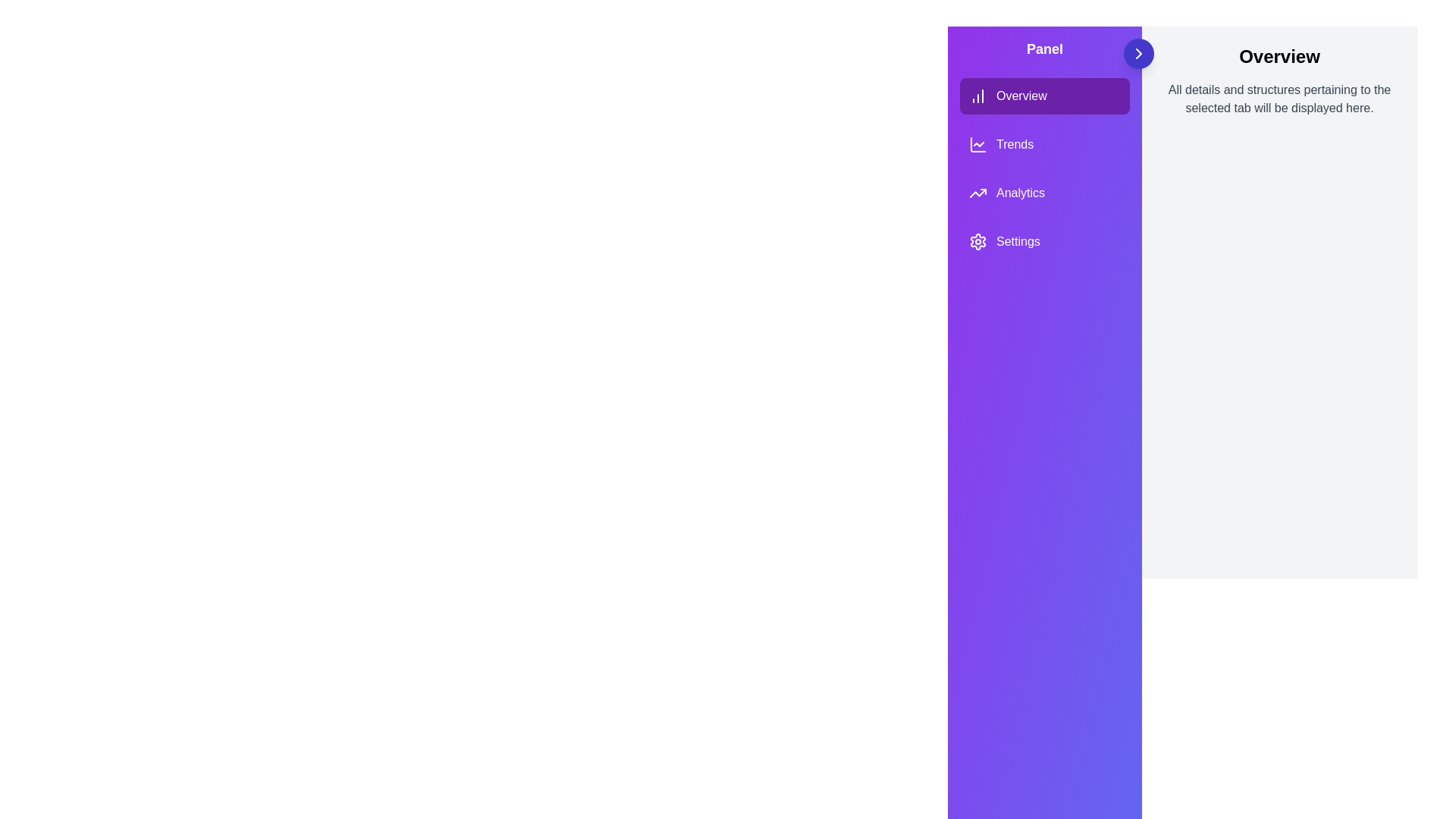 This screenshot has width=1456, height=819. What do you see at coordinates (1043, 192) in the screenshot?
I see `the tab labeled Analytics from the menu` at bounding box center [1043, 192].